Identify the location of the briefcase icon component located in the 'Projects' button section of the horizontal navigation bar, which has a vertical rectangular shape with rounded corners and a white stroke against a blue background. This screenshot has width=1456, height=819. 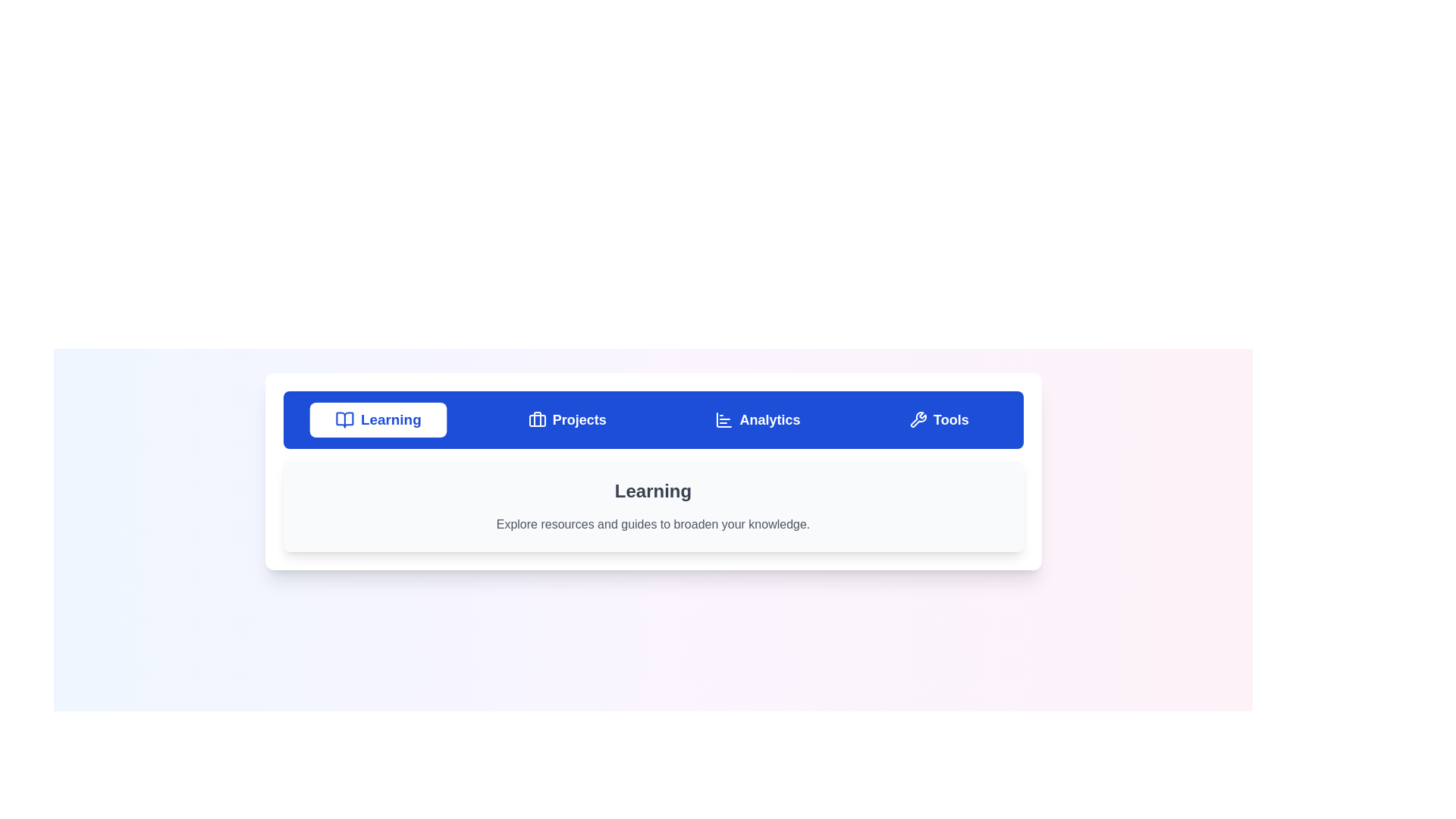
(537, 419).